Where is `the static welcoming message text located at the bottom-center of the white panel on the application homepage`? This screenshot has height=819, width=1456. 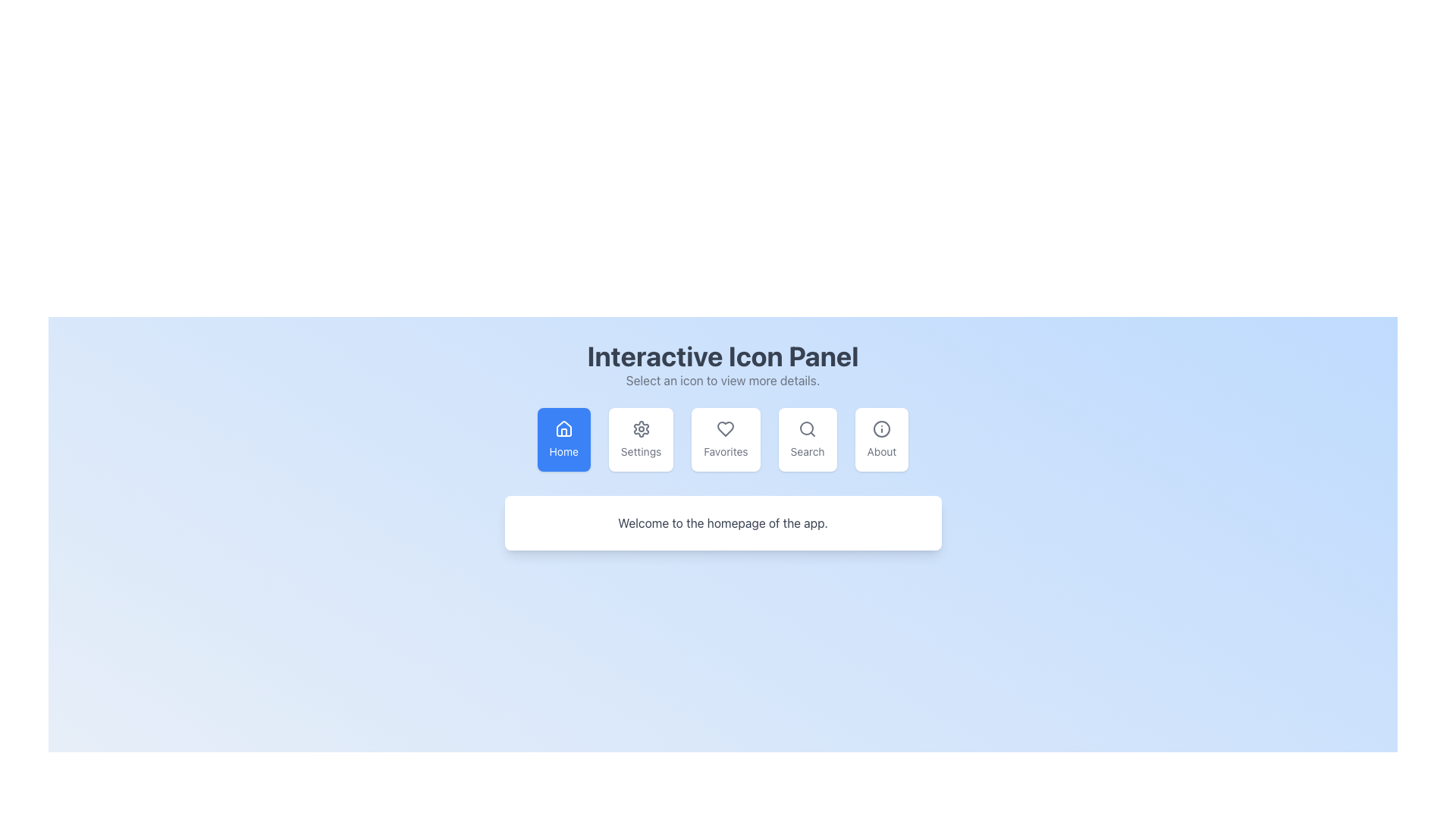 the static welcoming message text located at the bottom-center of the white panel on the application homepage is located at coordinates (722, 522).